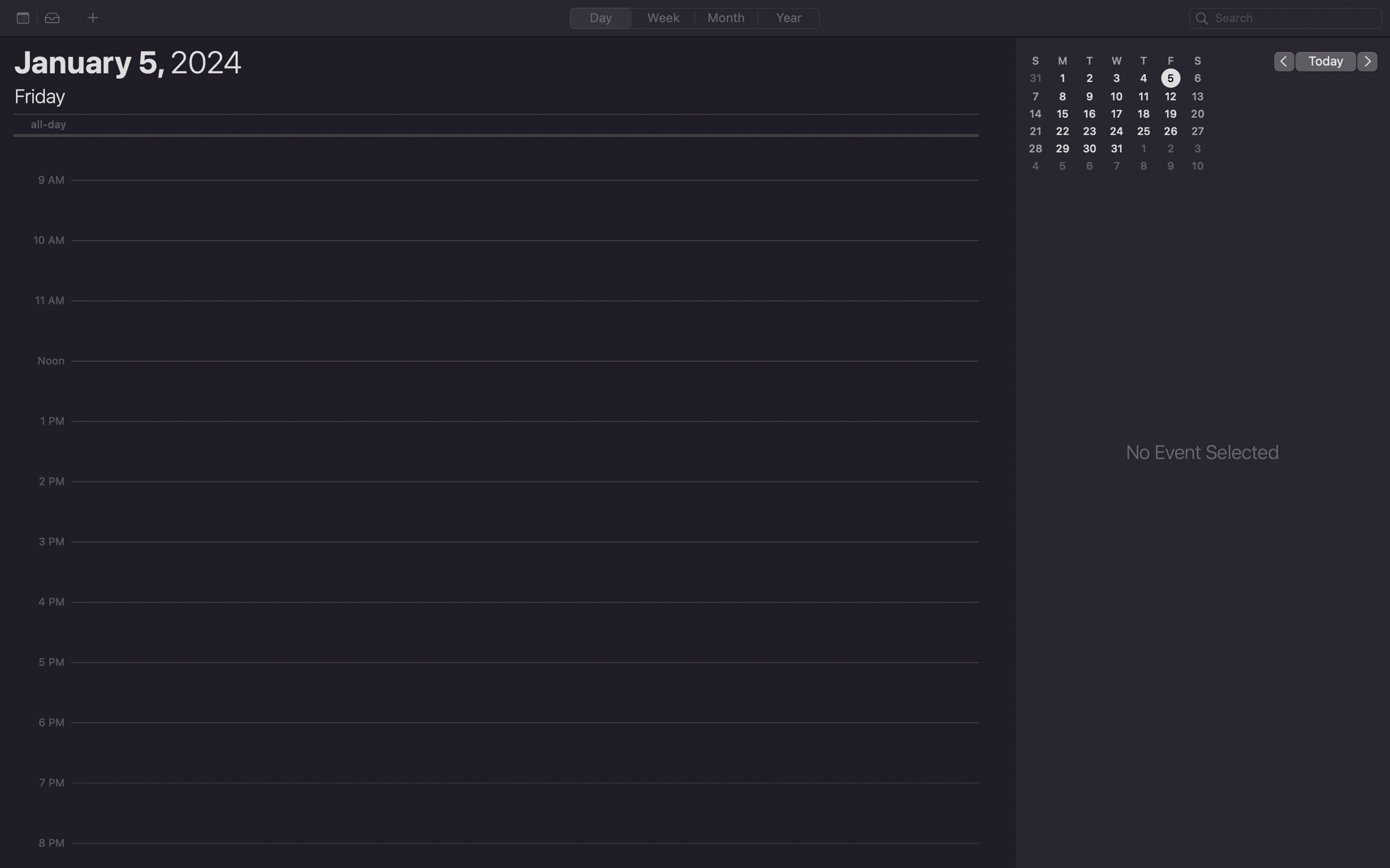 This screenshot has height=868, width=1390. I want to click on Change the calendar to a day view, so click(600, 17).